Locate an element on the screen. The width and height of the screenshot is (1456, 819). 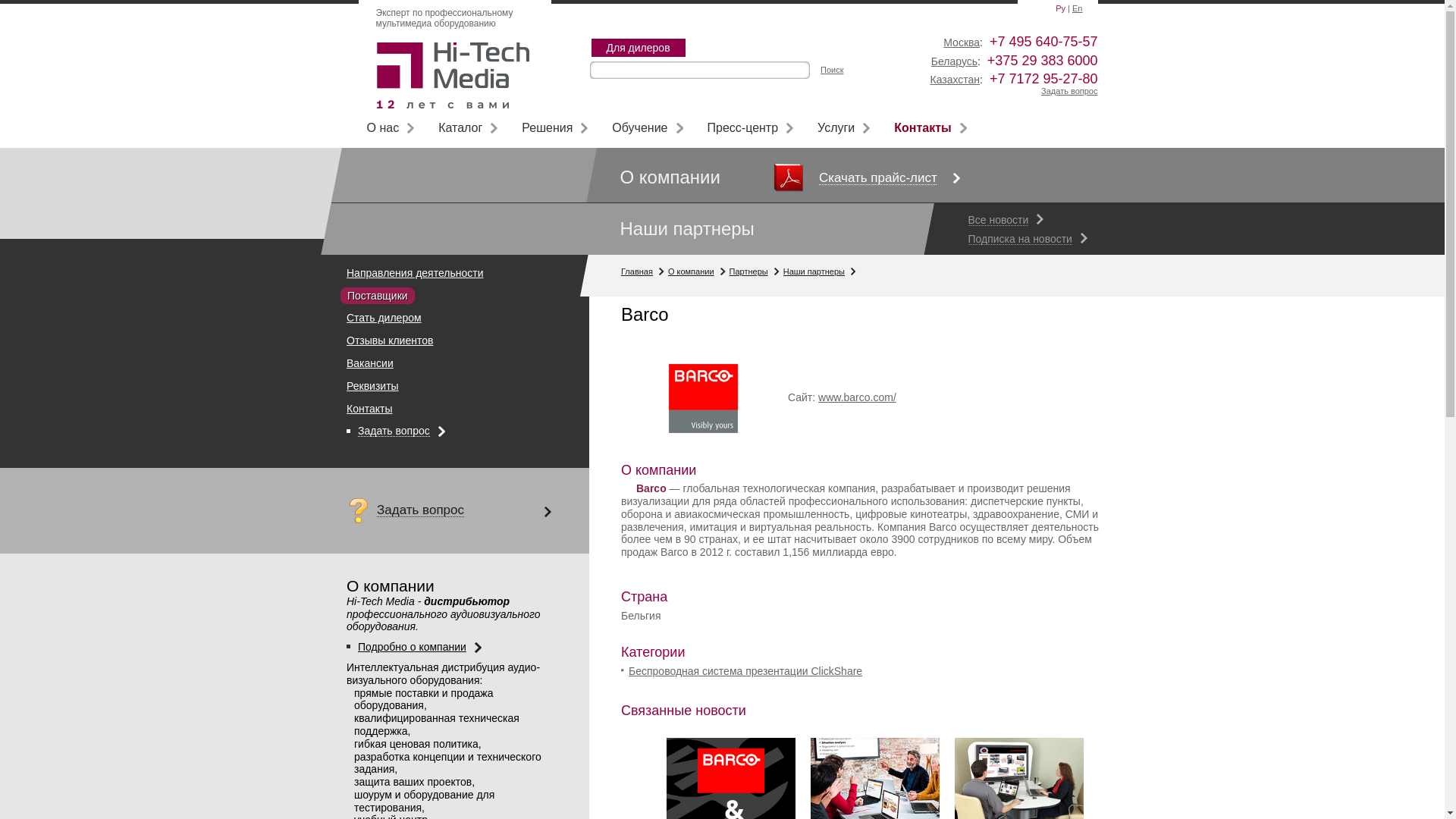
'www.barco.com/' is located at coordinates (857, 397).